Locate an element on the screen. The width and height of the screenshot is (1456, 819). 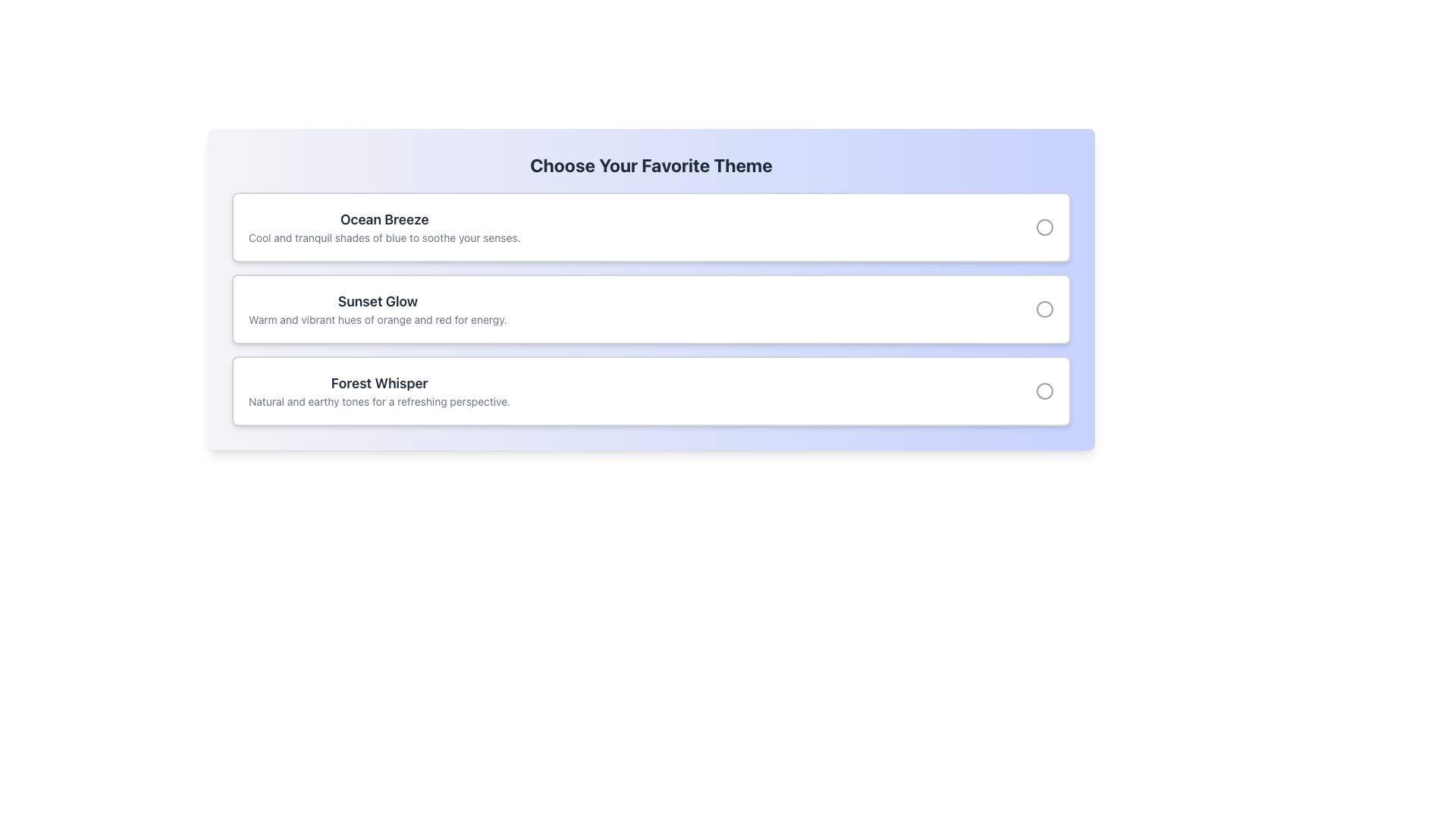
the radio button located on the right side of the text 'Ocean Breeze' is located at coordinates (1043, 227).